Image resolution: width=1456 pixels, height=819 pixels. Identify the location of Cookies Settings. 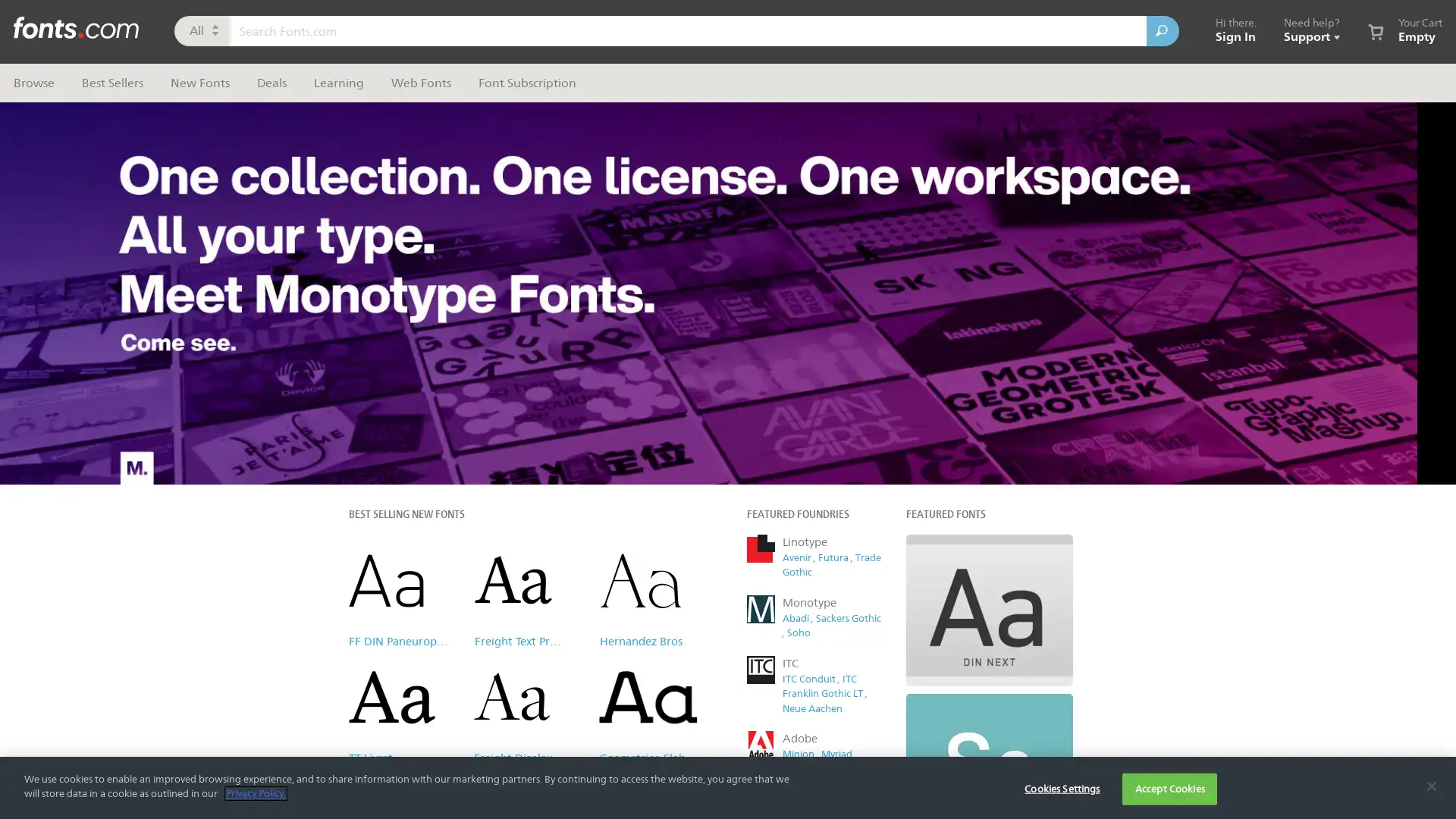
(1061, 788).